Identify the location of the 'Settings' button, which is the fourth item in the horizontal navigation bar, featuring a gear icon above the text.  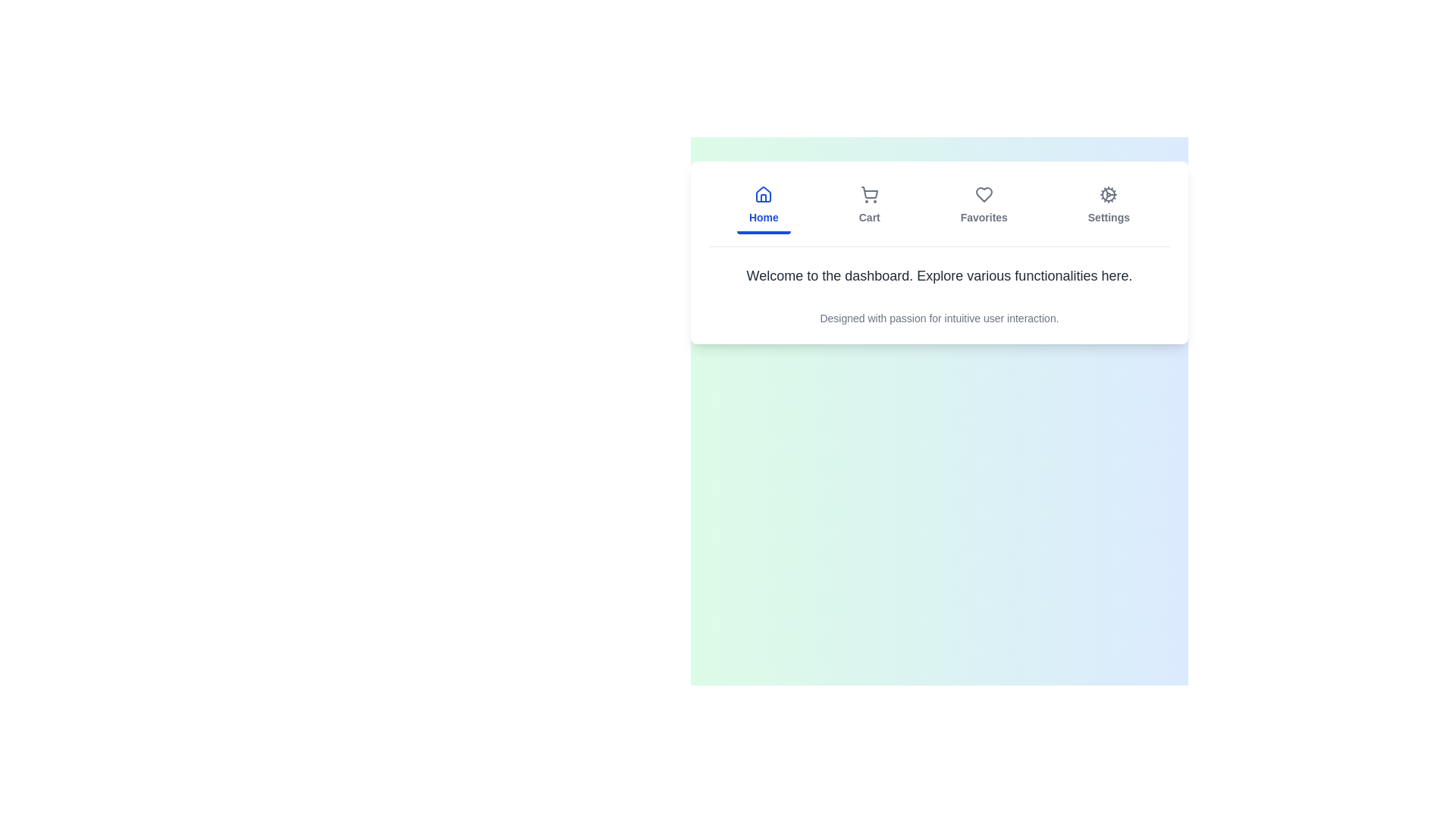
(1109, 207).